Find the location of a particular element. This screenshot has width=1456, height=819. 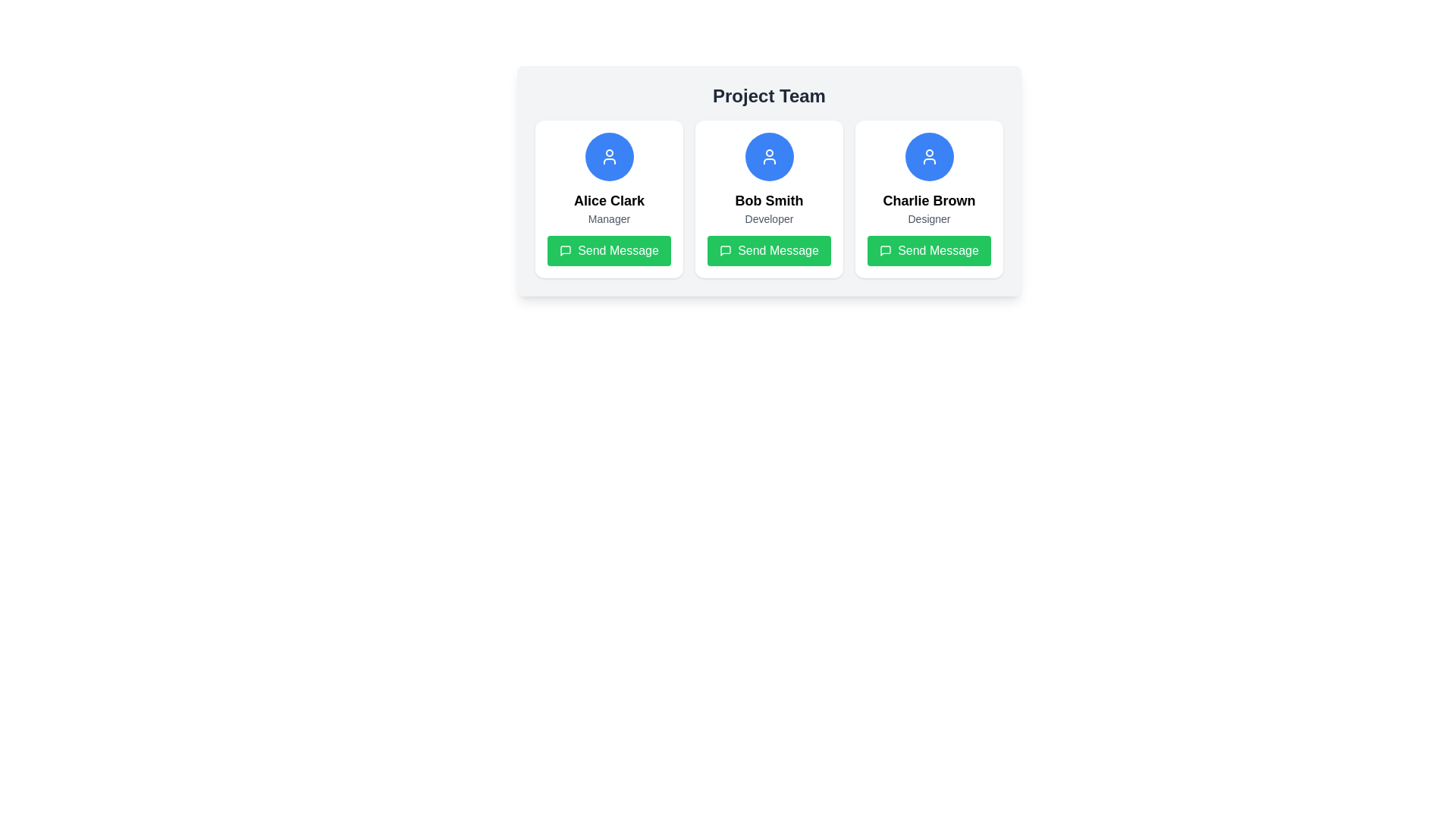

the Profile card representing a team member's profile, located in the 'Project Team' section, to trigger any hover effects is located at coordinates (769, 180).